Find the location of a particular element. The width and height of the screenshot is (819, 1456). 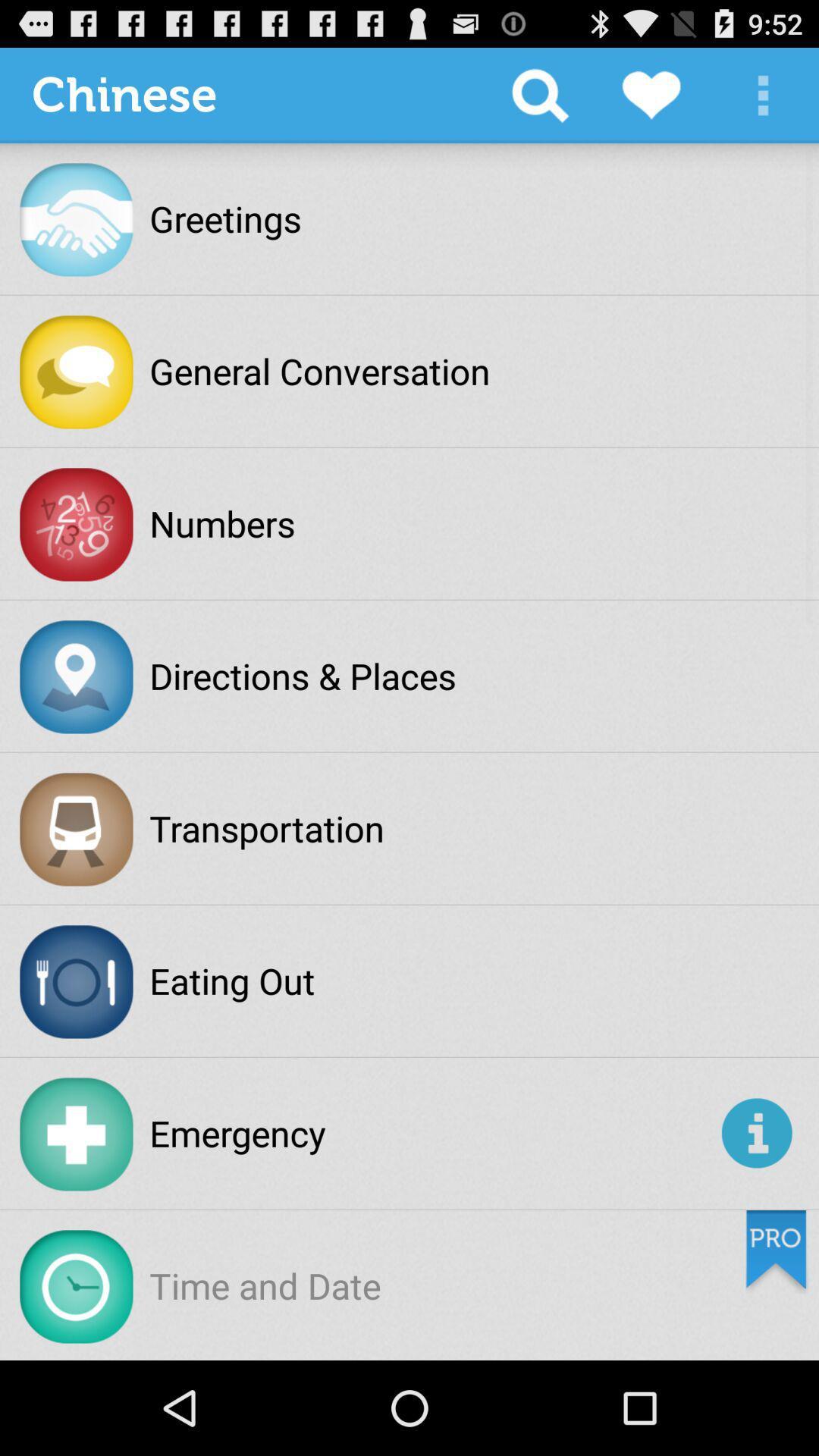

greetings icon is located at coordinates (225, 218).